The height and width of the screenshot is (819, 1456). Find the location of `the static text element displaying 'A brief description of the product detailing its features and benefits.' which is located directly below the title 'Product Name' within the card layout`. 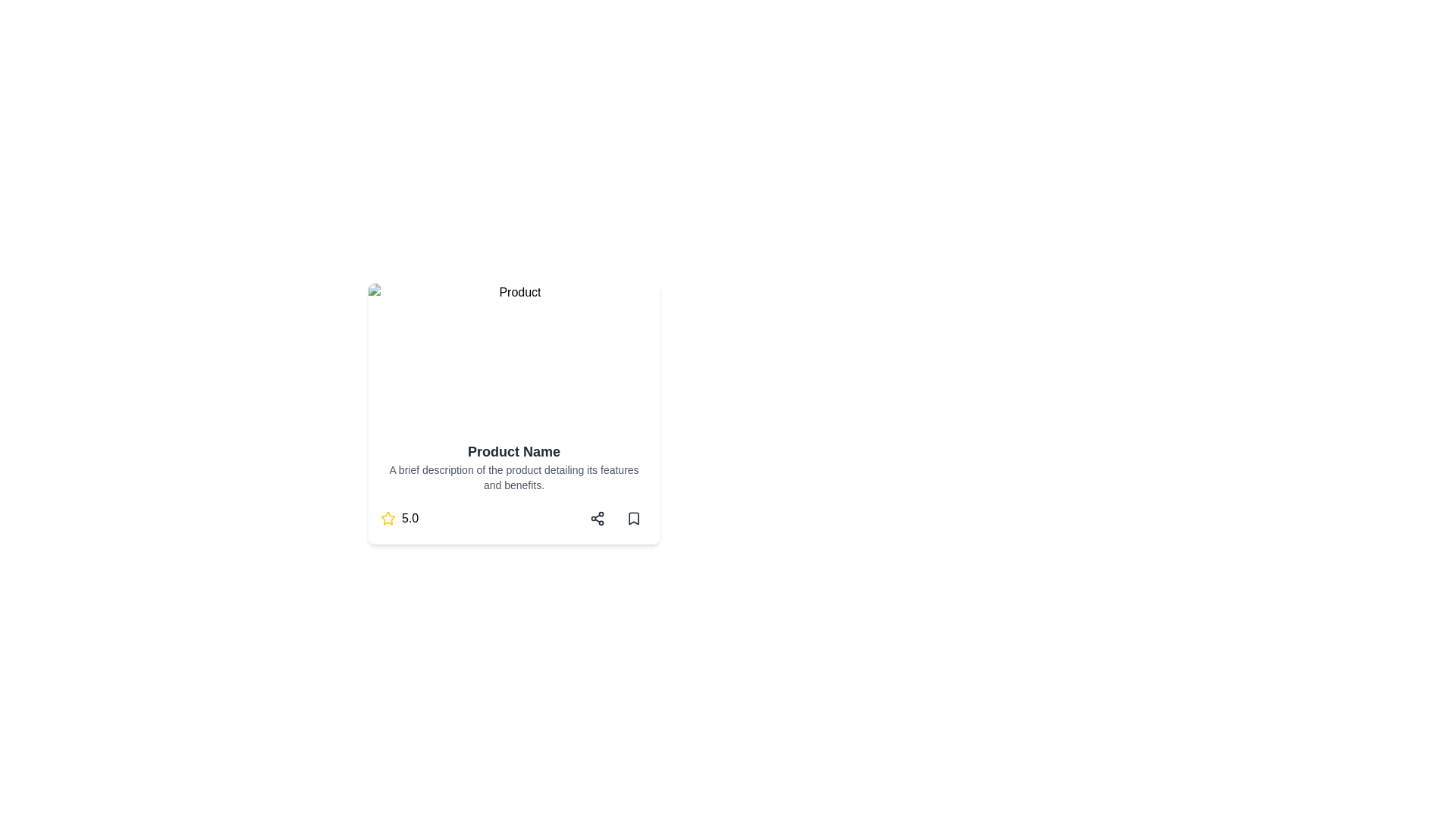

the static text element displaying 'A brief description of the product detailing its features and benefits.' which is located directly below the title 'Product Name' within the card layout is located at coordinates (513, 476).